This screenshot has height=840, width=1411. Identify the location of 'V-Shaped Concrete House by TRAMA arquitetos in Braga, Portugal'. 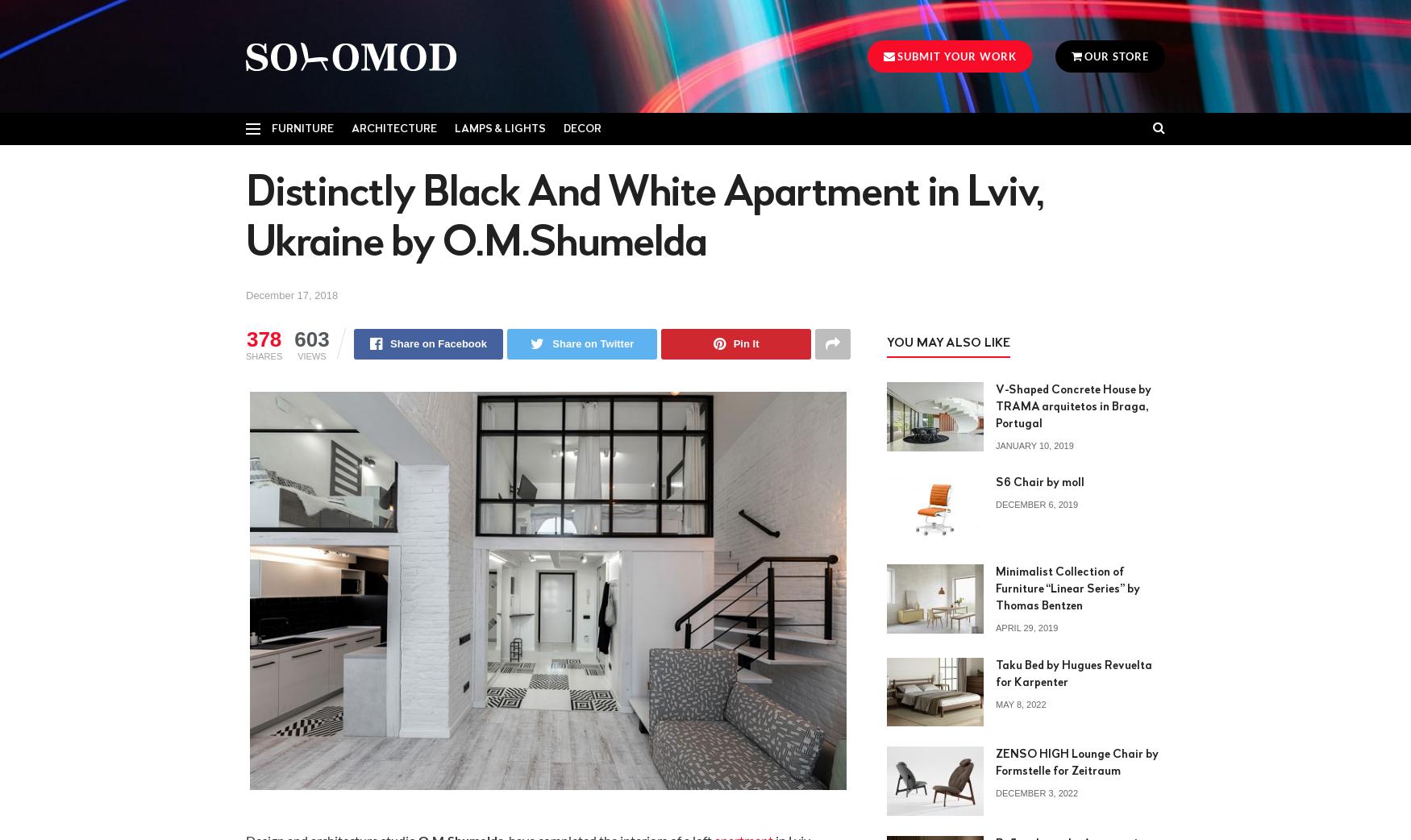
(1073, 406).